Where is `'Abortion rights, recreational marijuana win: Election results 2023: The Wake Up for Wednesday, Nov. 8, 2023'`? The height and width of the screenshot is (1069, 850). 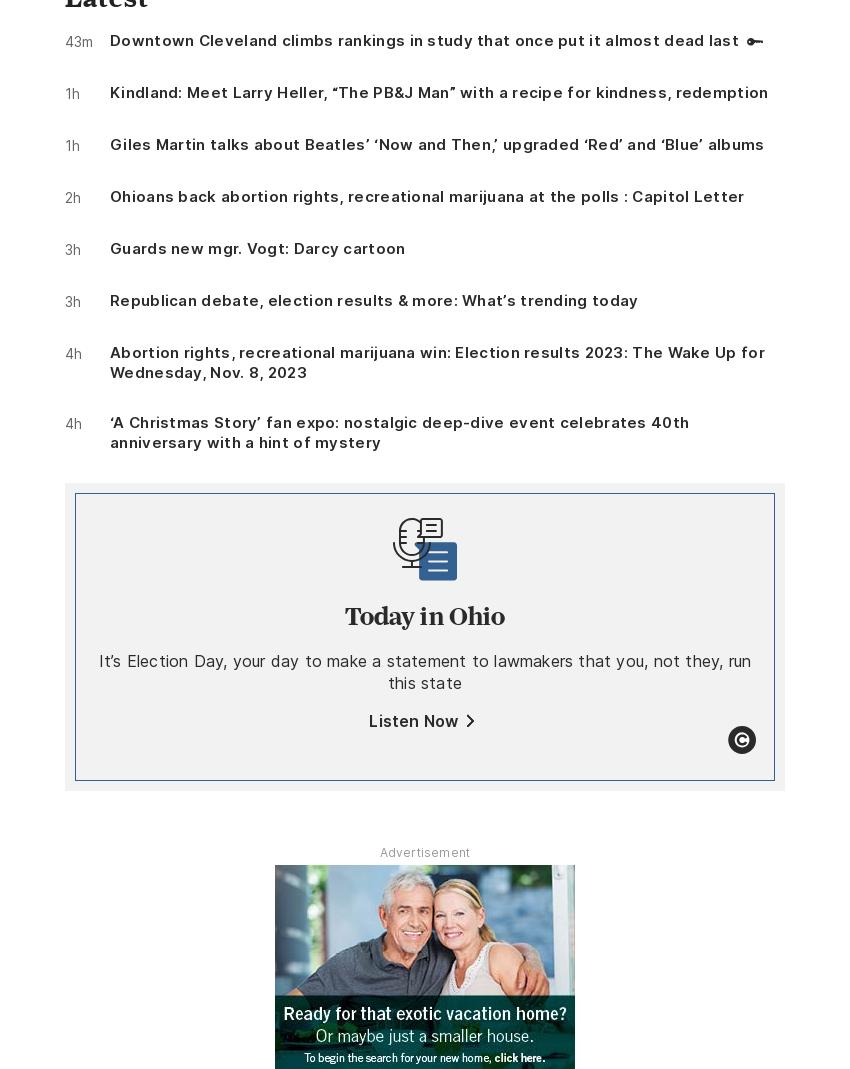 'Abortion rights, recreational marijuana win: Election results 2023: The Wake Up for Wednesday, Nov. 8, 2023' is located at coordinates (435, 361).